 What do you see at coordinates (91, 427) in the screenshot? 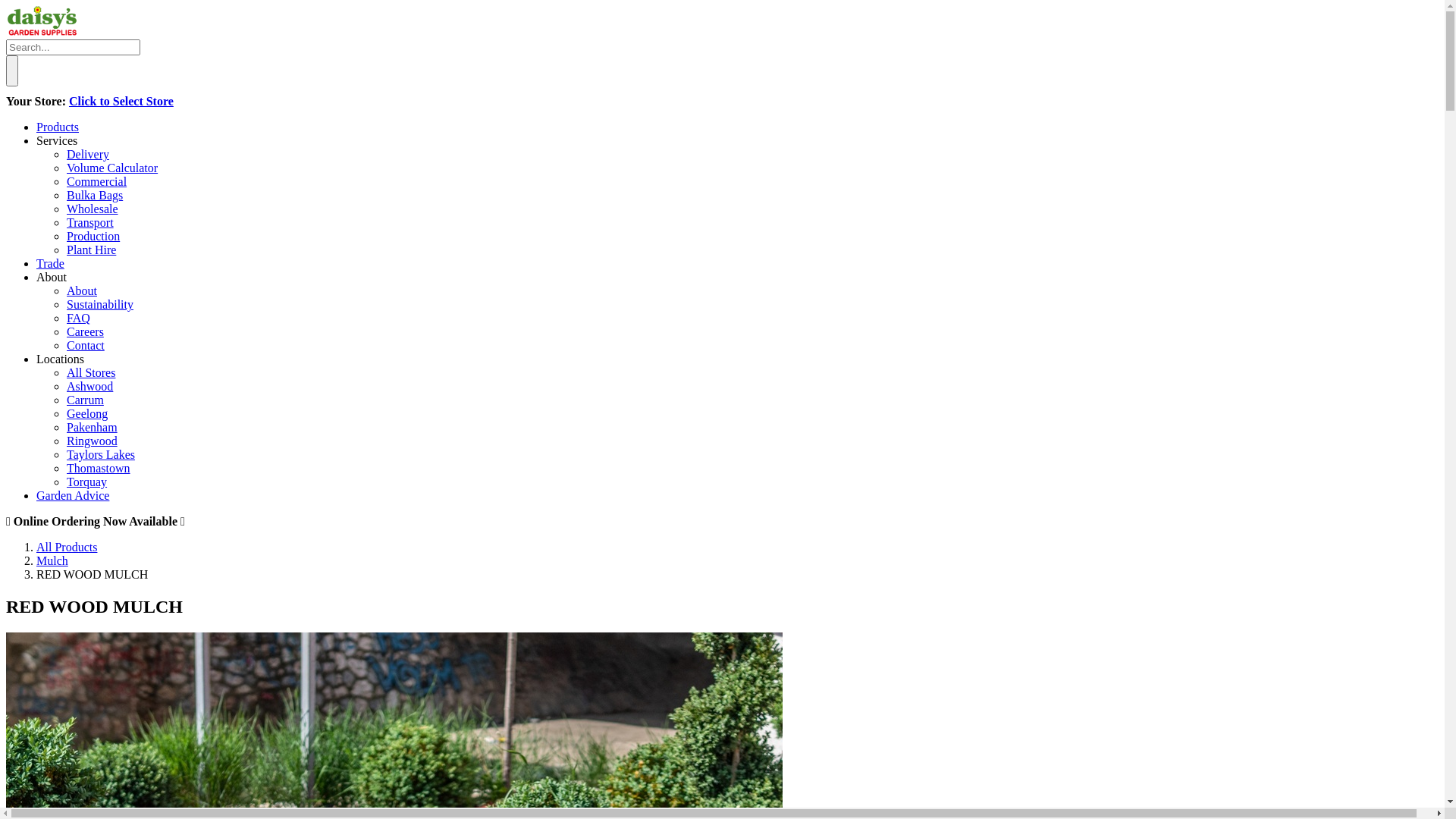
I see `'Pakenham'` at bounding box center [91, 427].